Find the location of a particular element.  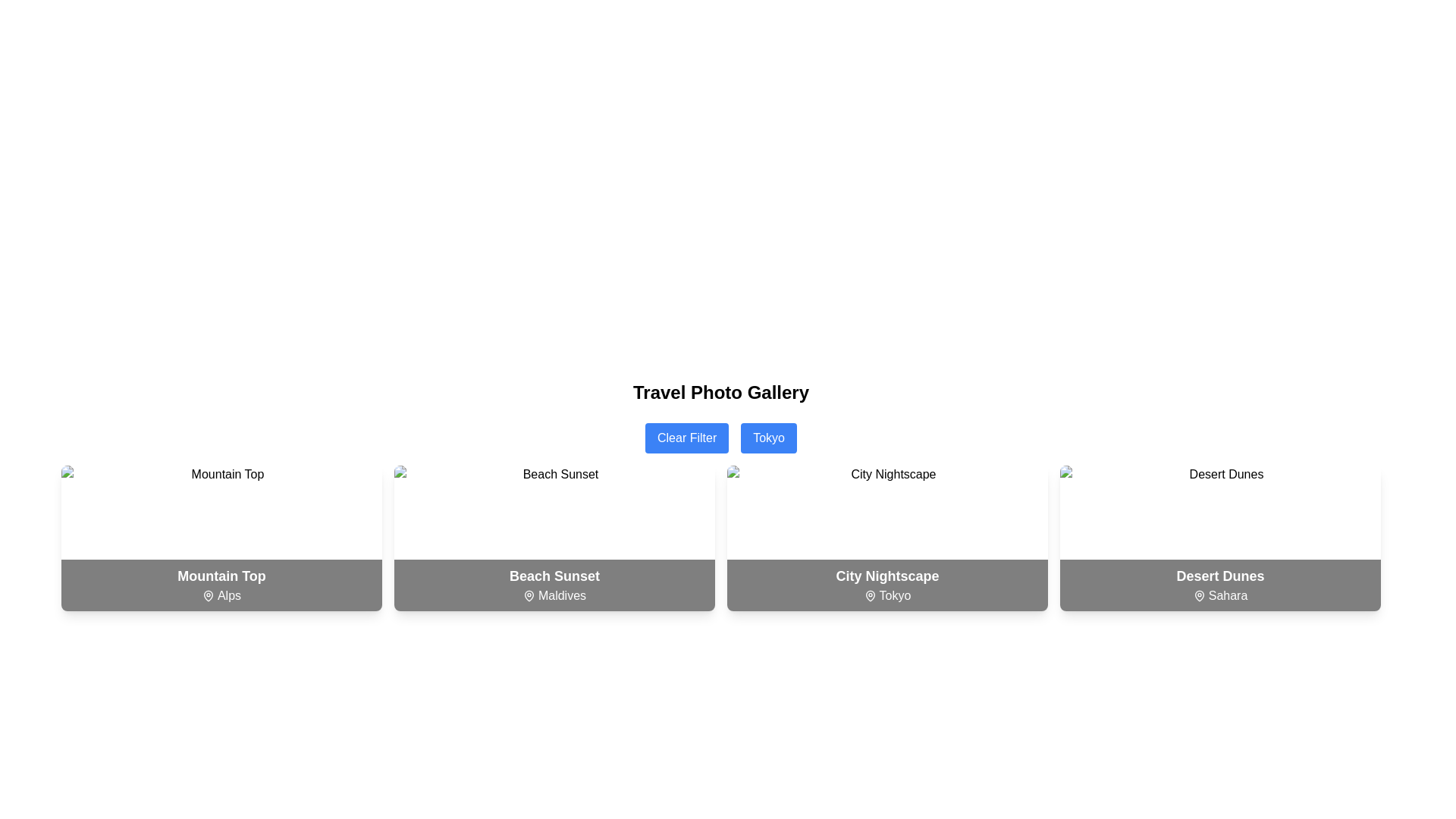

the 'City Nightscape' card located in the second column of the grid layout for selection or interaction is located at coordinates (887, 537).